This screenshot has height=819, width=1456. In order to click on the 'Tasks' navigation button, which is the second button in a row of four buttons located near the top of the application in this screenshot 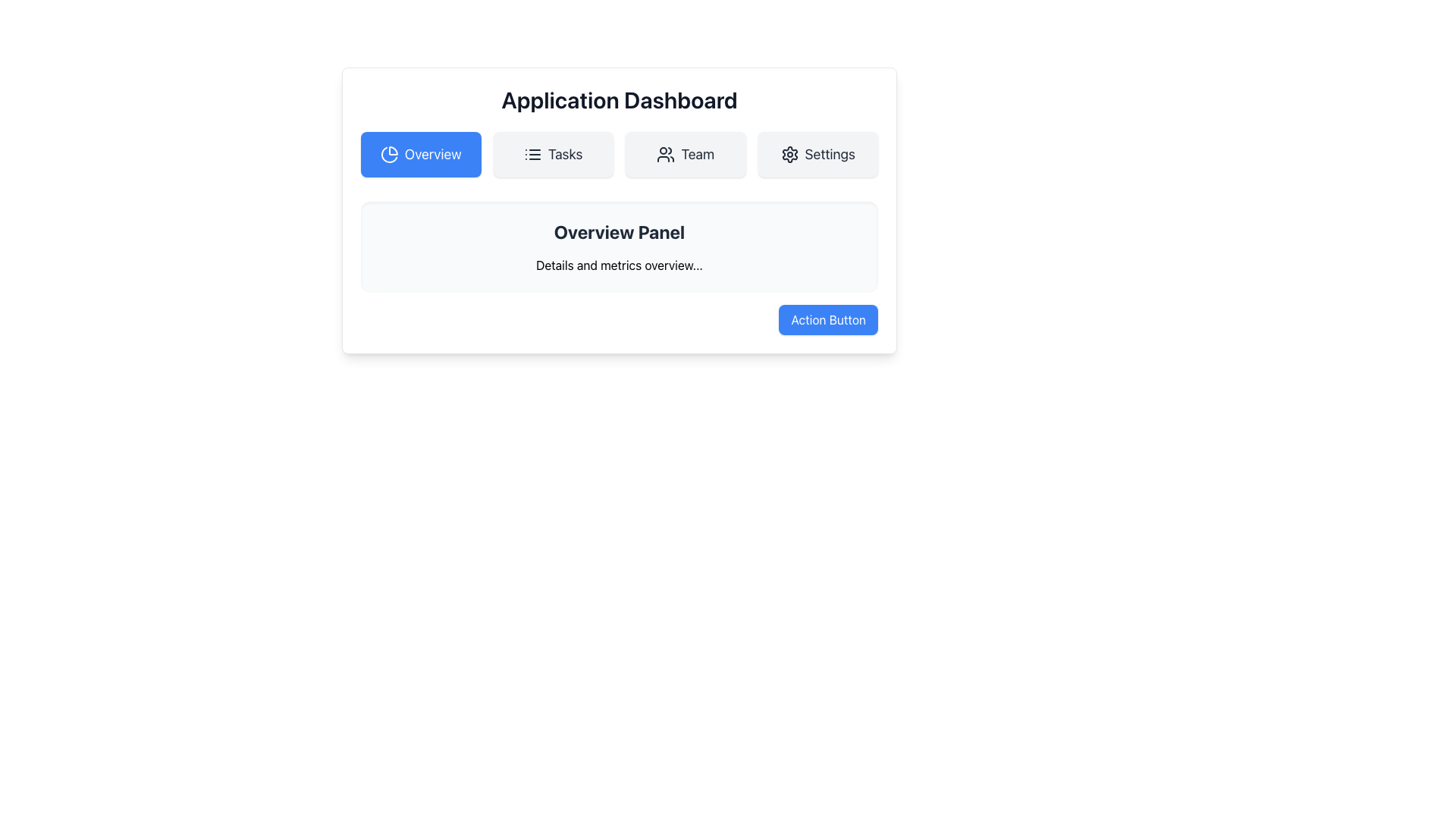, I will do `click(552, 155)`.